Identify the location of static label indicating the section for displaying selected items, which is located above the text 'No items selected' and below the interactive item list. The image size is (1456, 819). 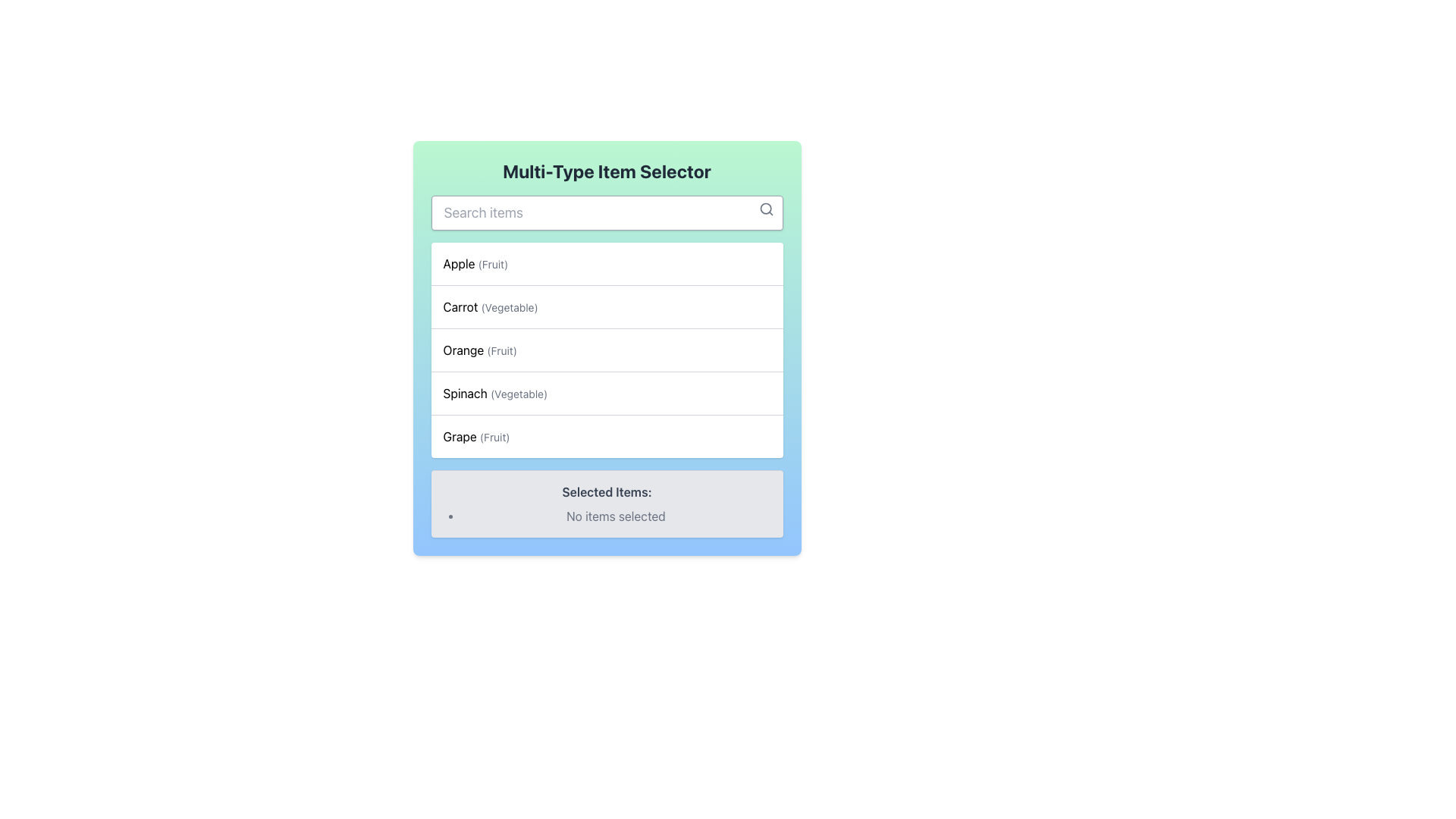
(607, 491).